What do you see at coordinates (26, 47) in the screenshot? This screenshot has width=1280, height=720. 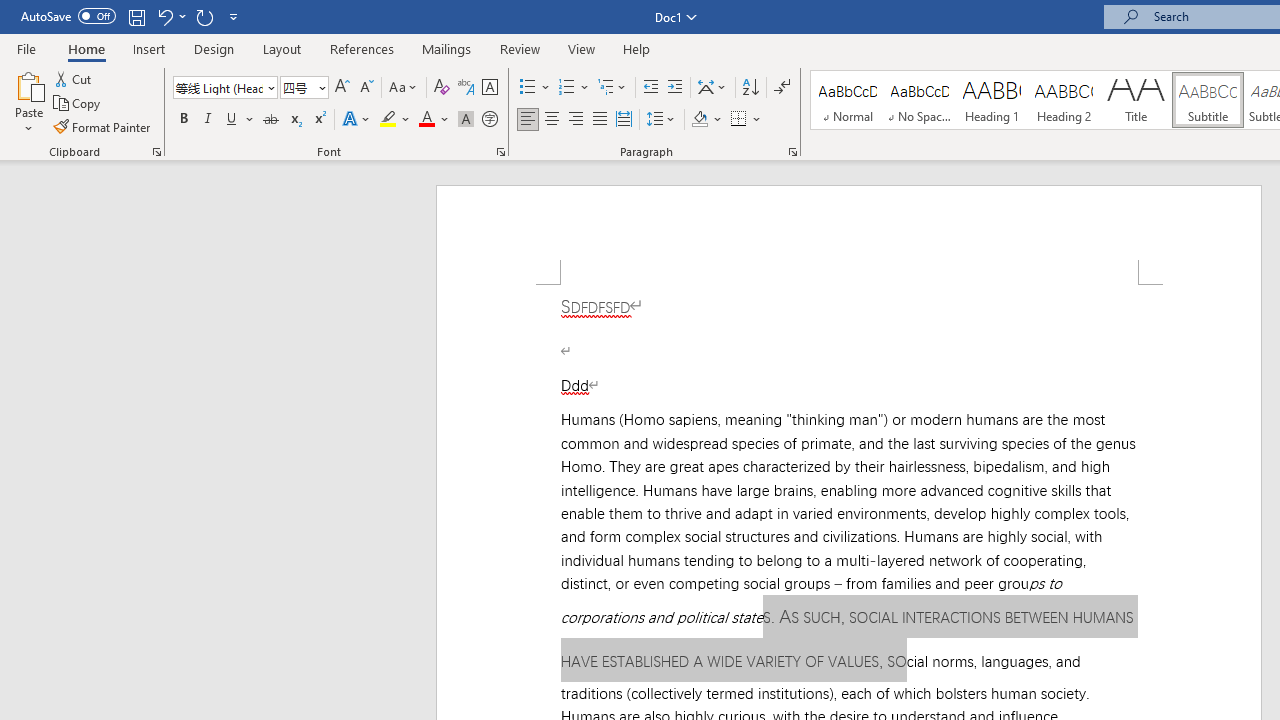 I see `'File Tab'` at bounding box center [26, 47].